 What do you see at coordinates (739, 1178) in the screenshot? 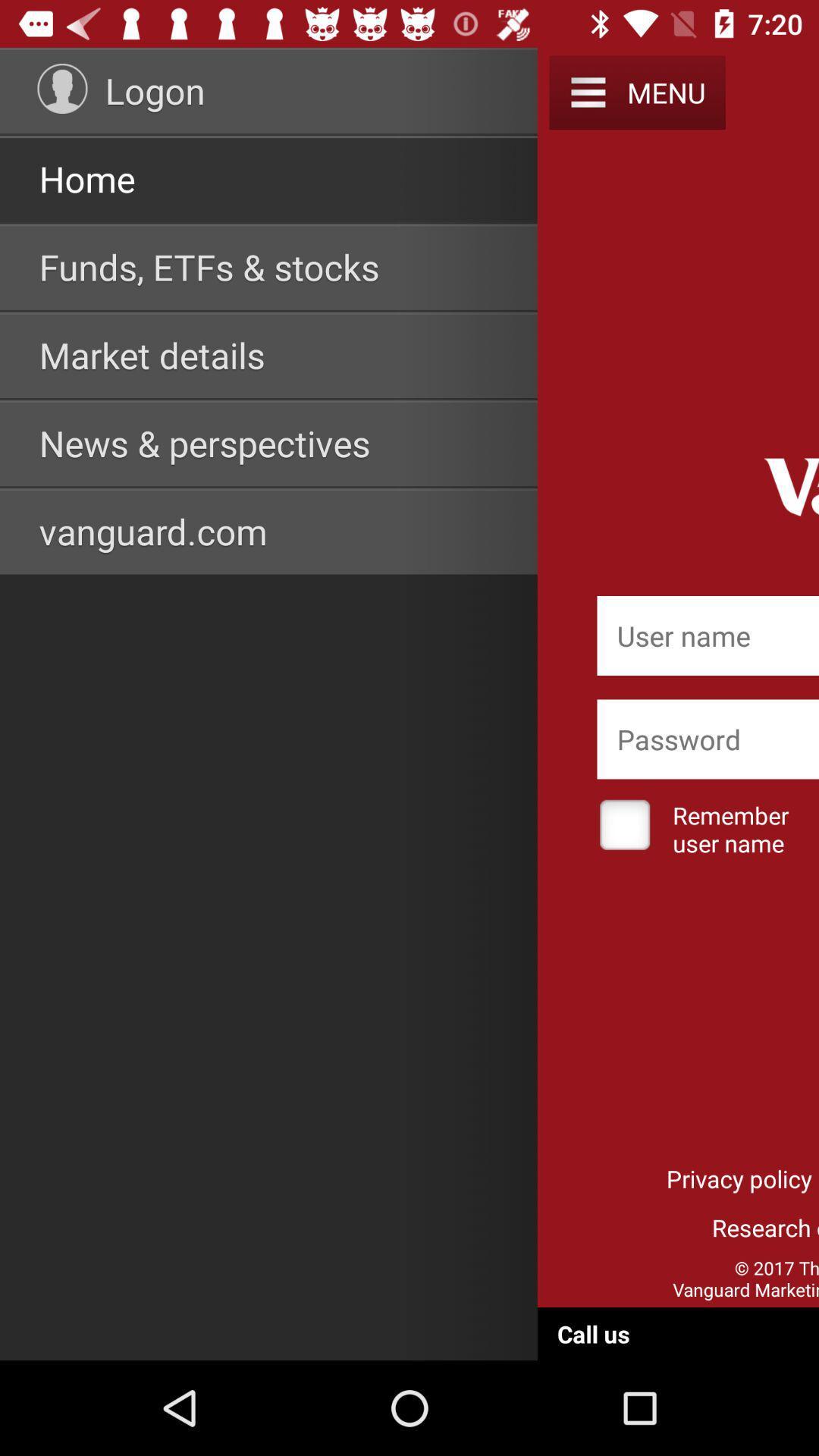
I see `item below the remember` at bounding box center [739, 1178].